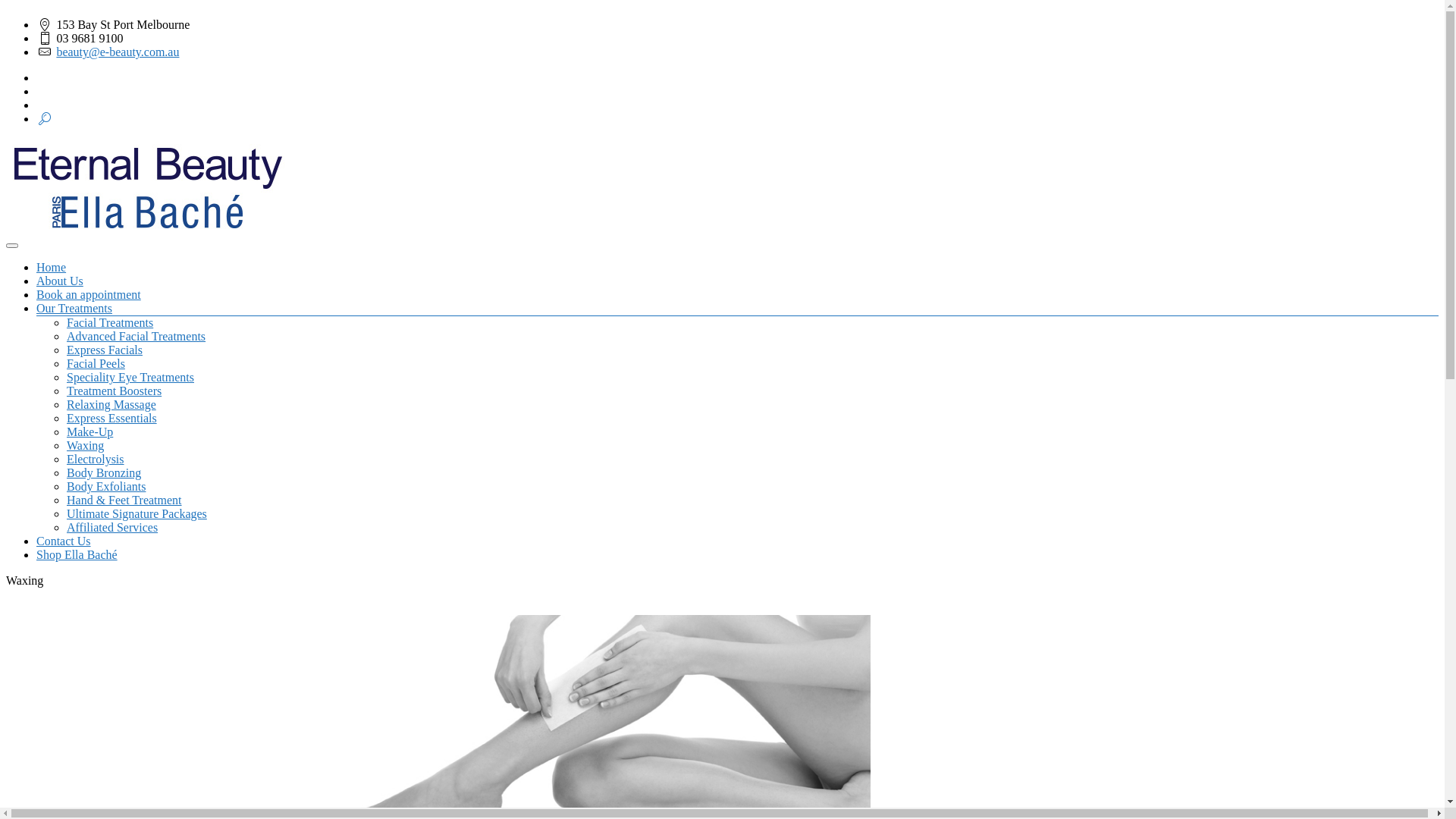 This screenshot has height=819, width=1456. Describe the element at coordinates (116, 51) in the screenshot. I see `'beauty@e-beauty.com.au'` at that location.